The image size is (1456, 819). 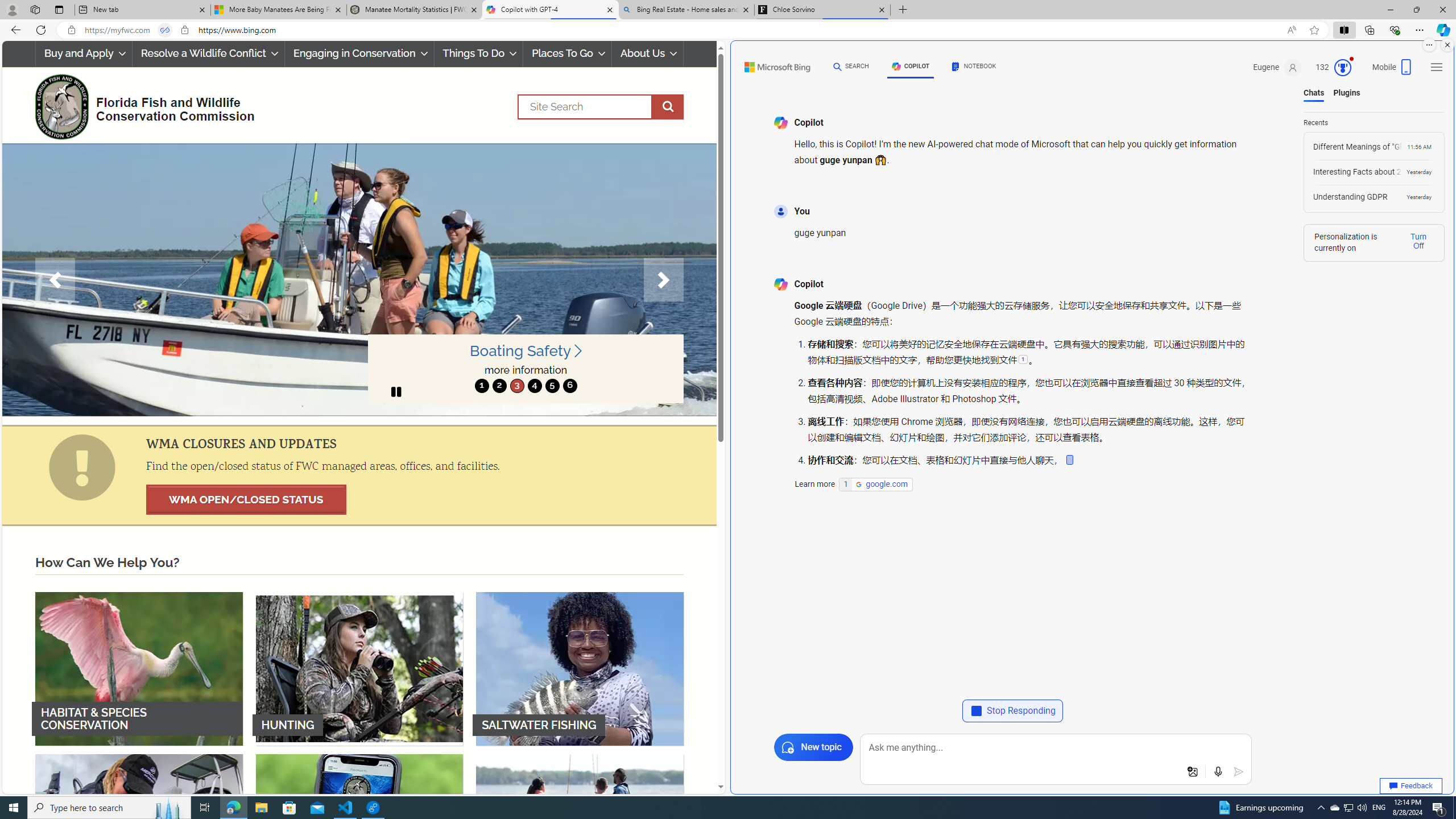 I want to click on 'Resolve a Wildlife Conflict', so click(x=208, y=53).